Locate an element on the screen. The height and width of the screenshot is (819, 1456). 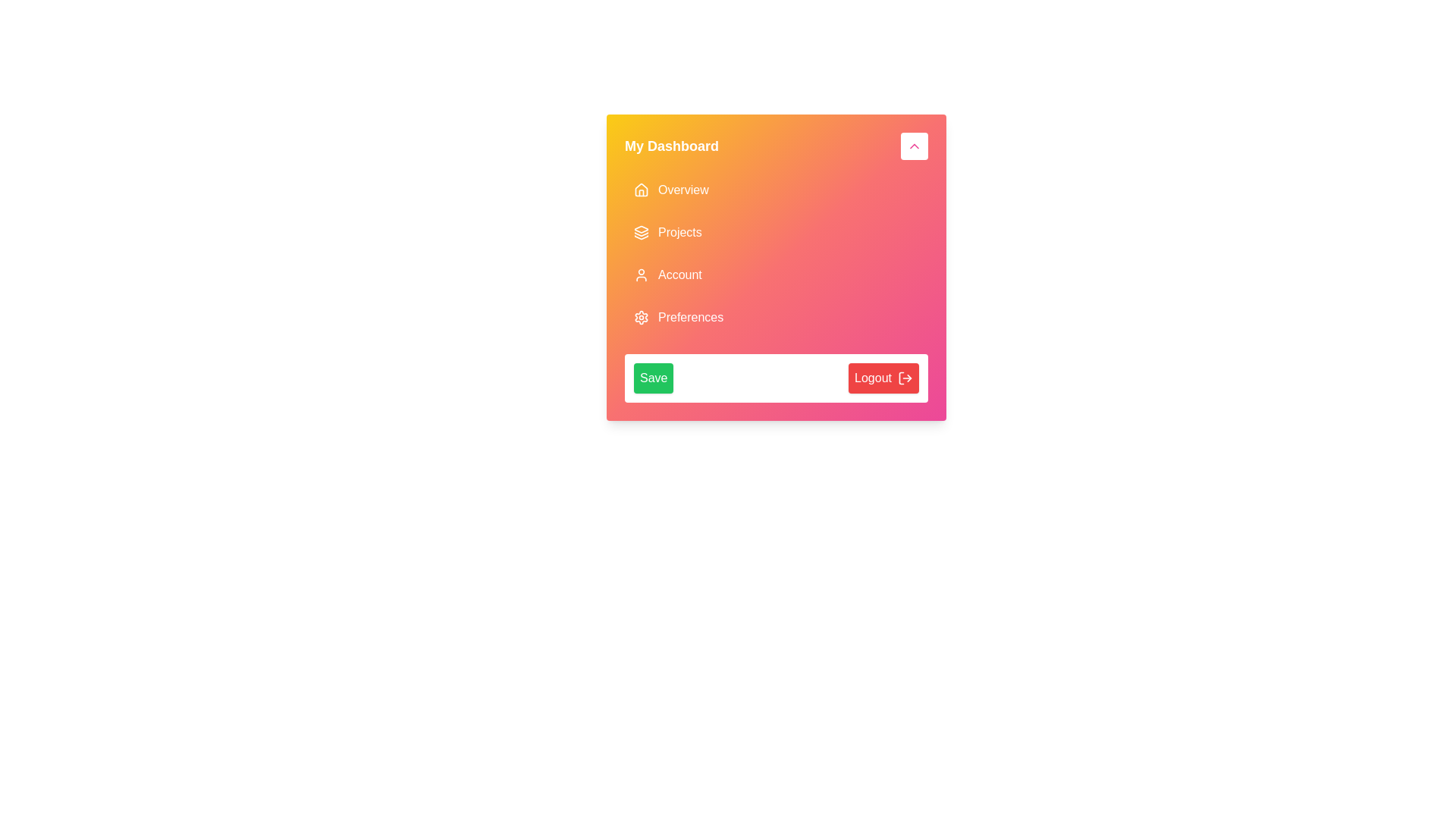
the 'Overview' icon located under 'My Dashboard' is located at coordinates (641, 189).